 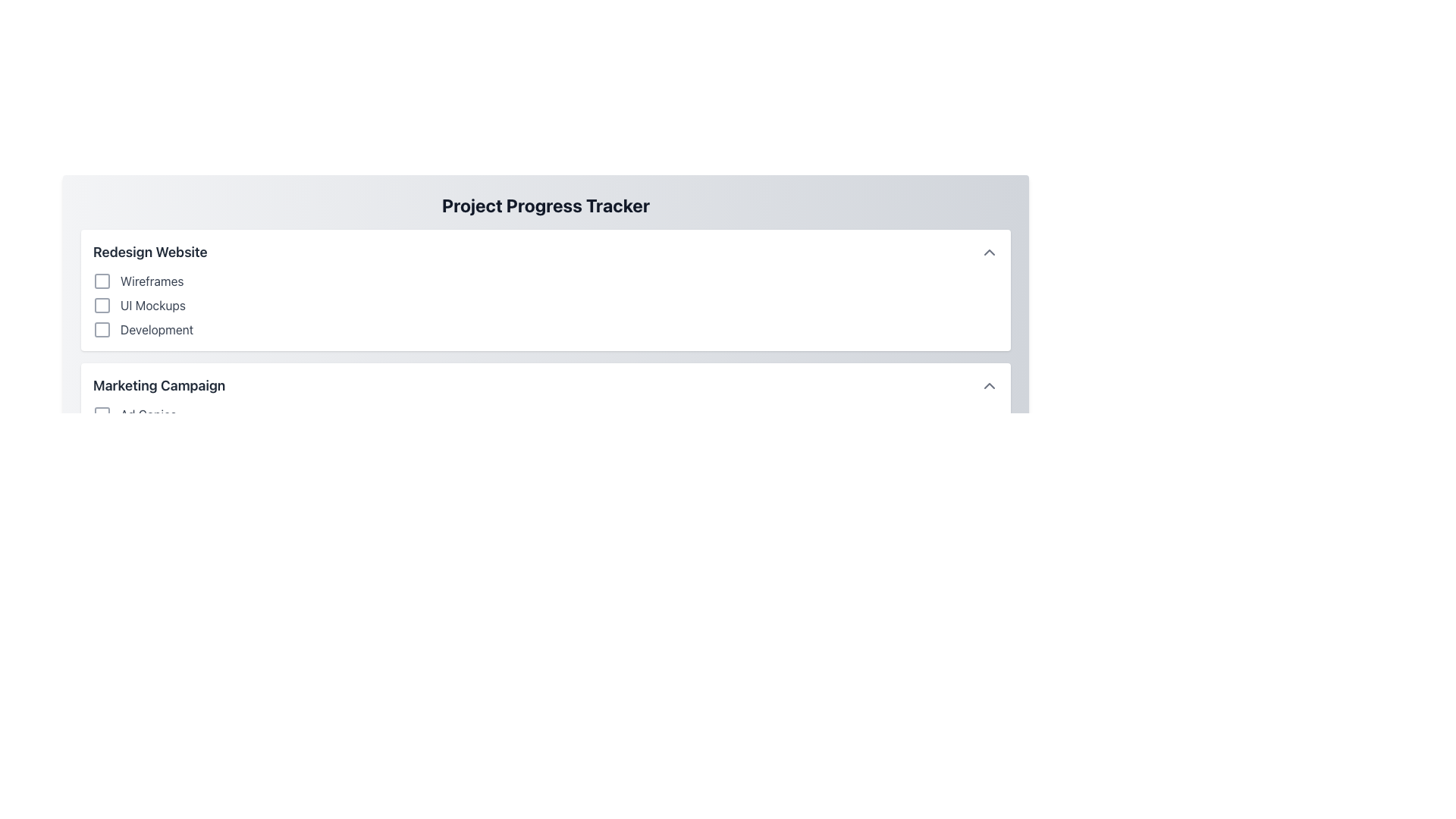 I want to click on the checkbox associated with the third Text Label in the 'Project Progress Tracker' interface, which is under 'Redesign Website', so click(x=157, y=329).